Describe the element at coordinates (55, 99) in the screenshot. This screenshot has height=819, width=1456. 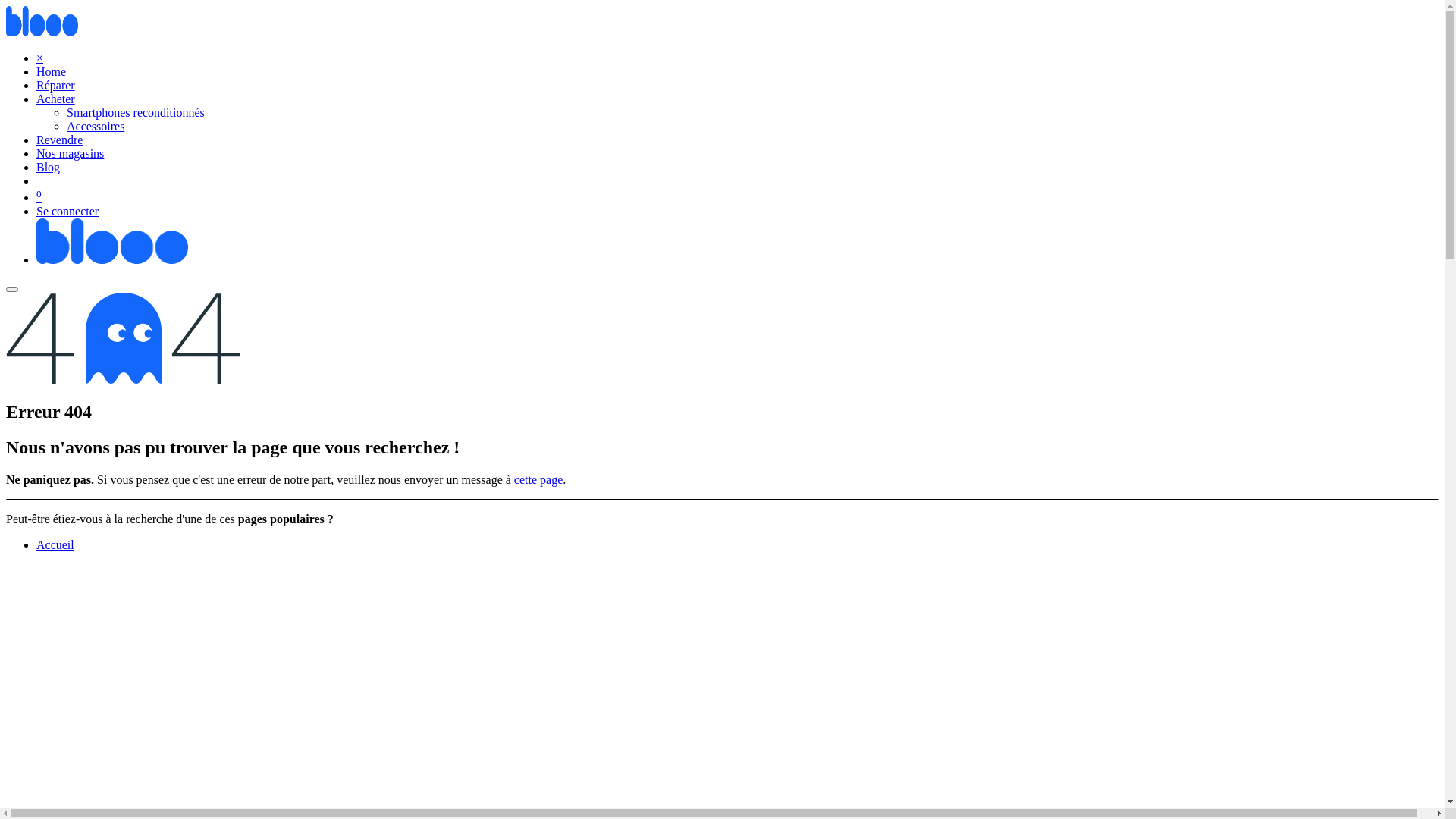
I see `'Acheter'` at that location.